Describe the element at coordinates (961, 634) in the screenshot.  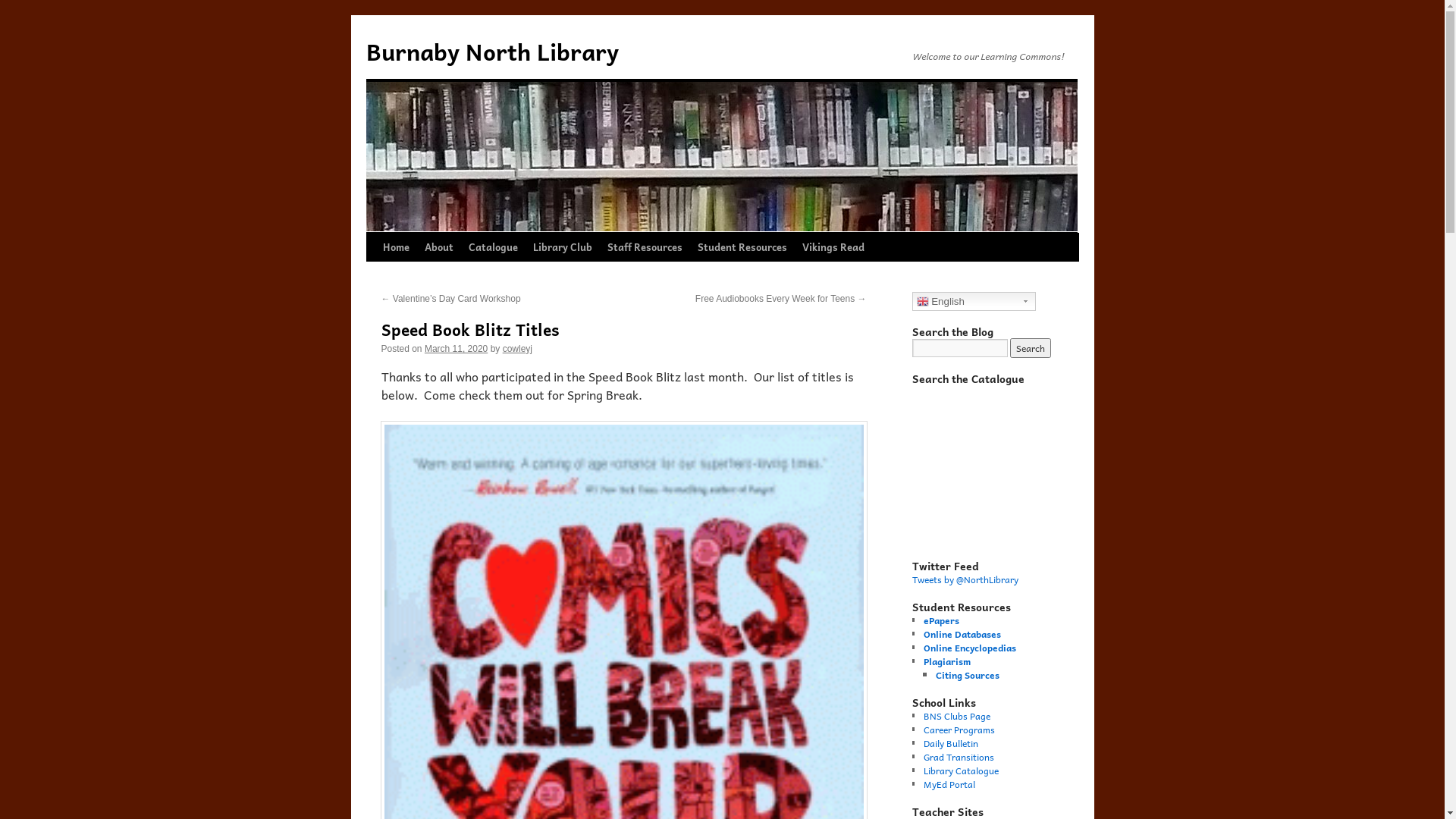
I see `'Online Databases'` at that location.